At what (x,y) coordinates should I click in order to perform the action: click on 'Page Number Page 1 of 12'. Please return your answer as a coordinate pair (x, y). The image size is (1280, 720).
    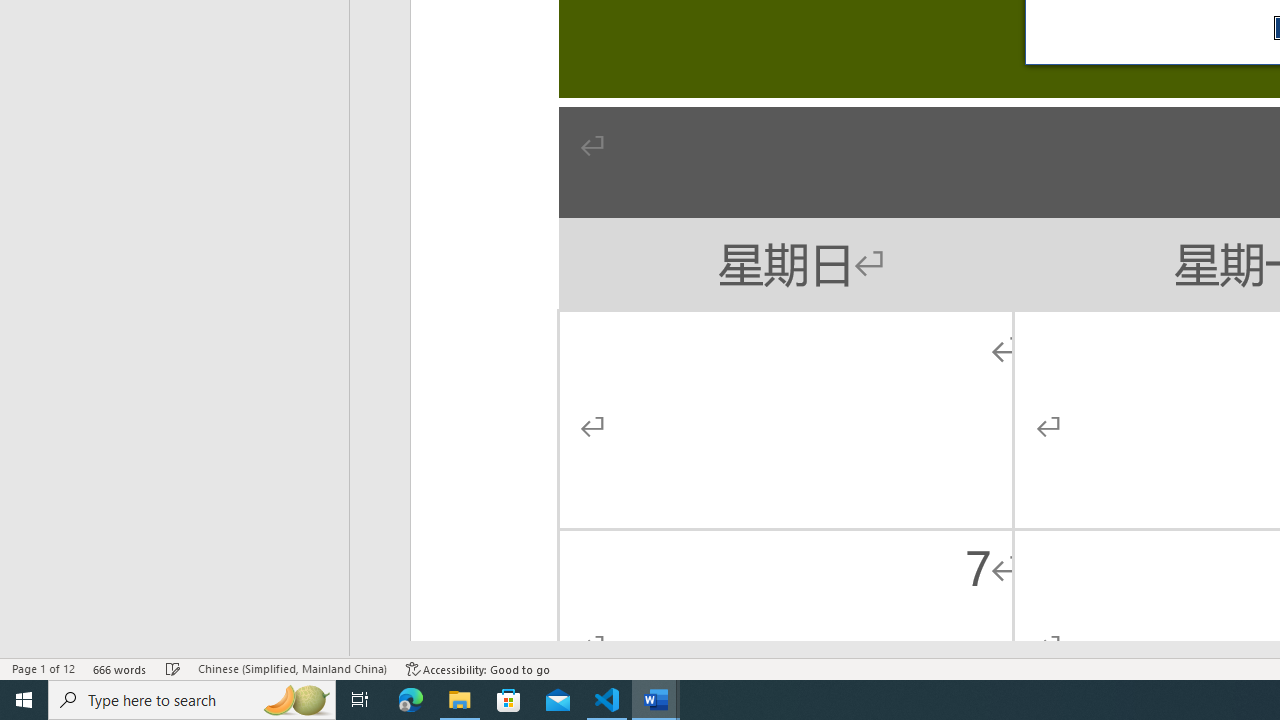
    Looking at the image, I should click on (43, 669).